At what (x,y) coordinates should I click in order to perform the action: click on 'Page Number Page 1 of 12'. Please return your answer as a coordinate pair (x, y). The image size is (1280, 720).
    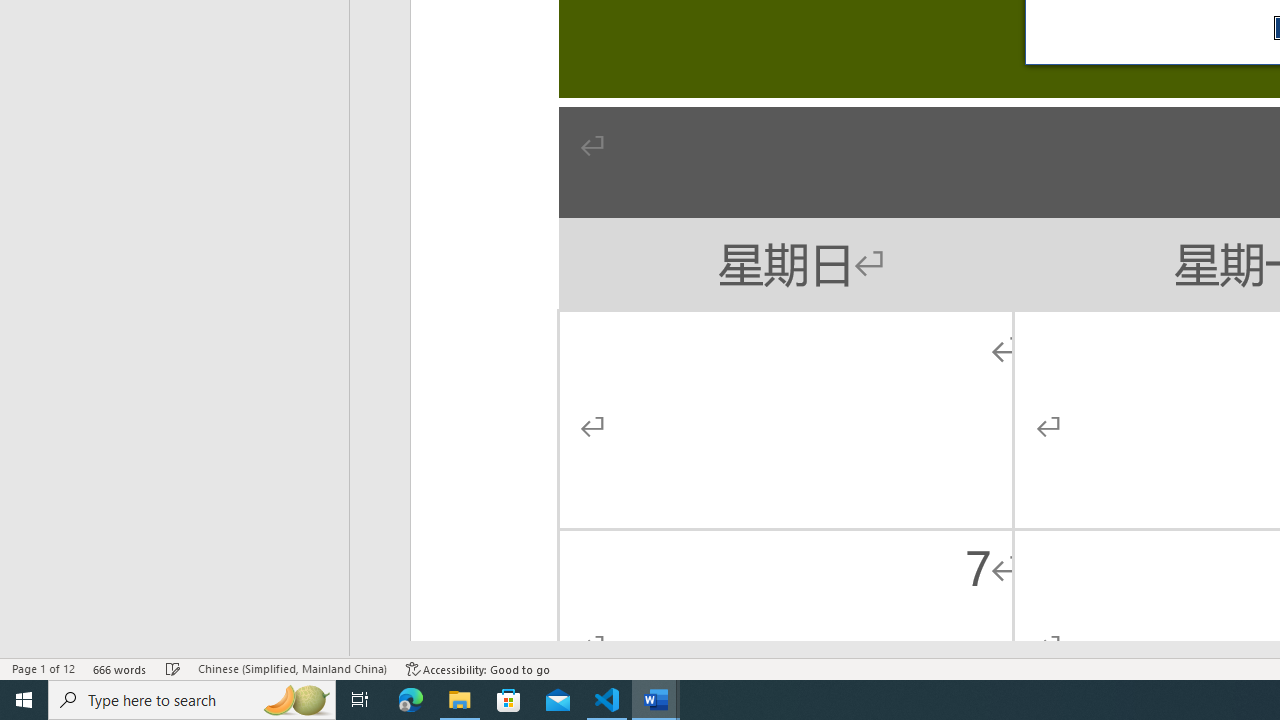
    Looking at the image, I should click on (43, 669).